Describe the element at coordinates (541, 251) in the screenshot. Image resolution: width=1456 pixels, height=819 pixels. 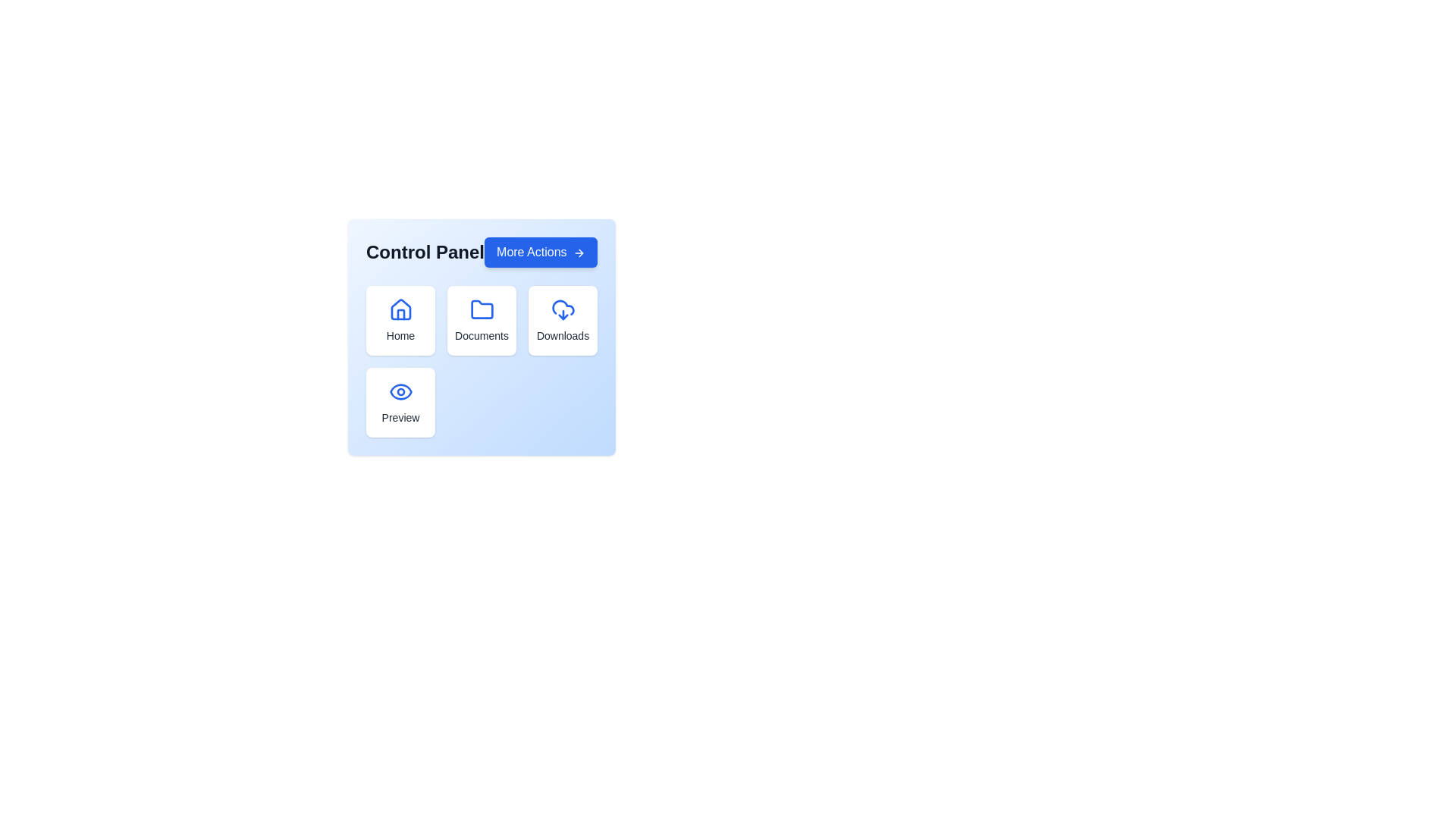
I see `the 'More Actions' button located at the top-right corner of the panel, which has a blue background, white bold text, and a right-pointing arrow icon` at that location.